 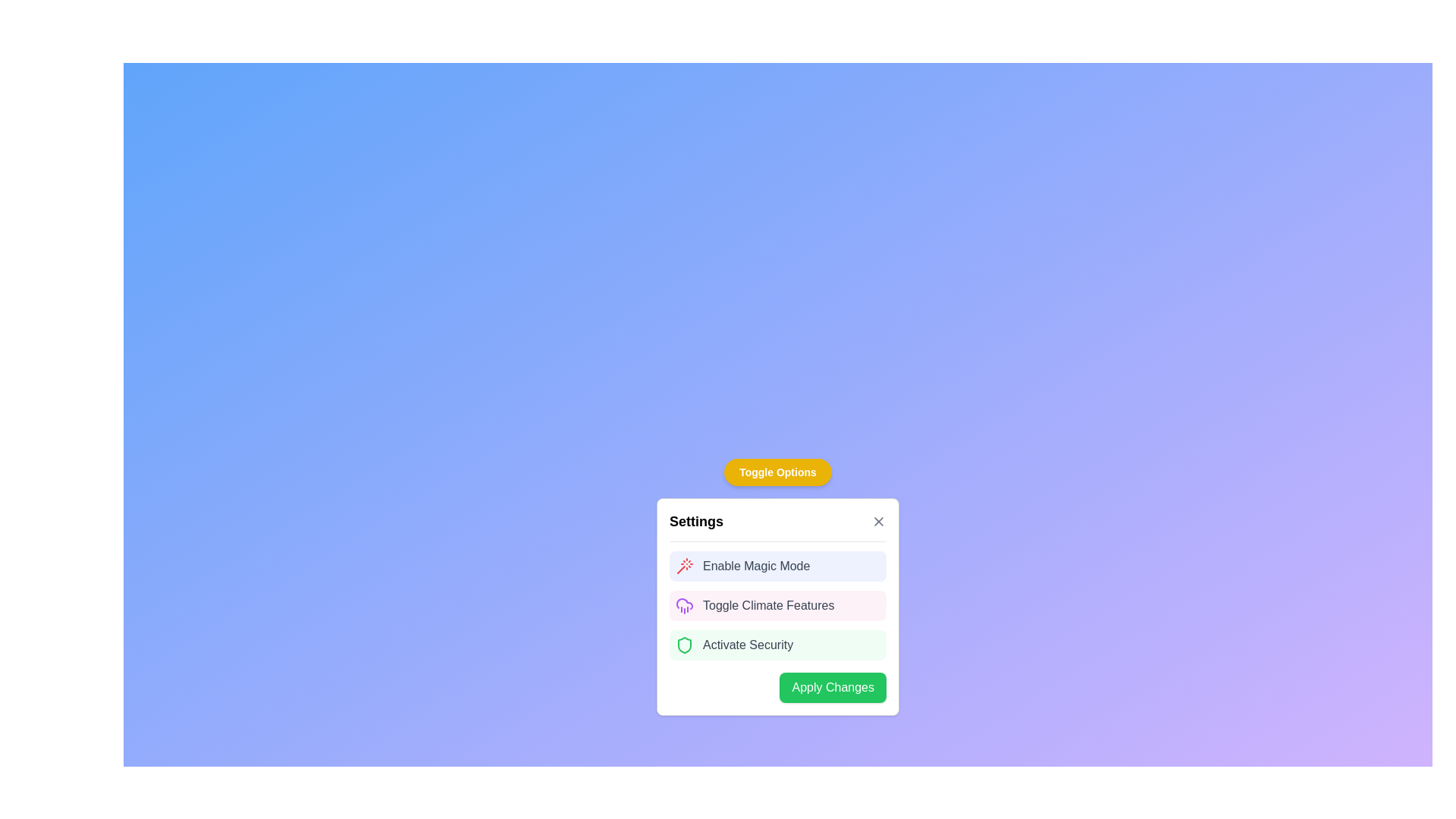 I want to click on the Close Control icon located at the top-right corner of the settings panel, so click(x=878, y=520).